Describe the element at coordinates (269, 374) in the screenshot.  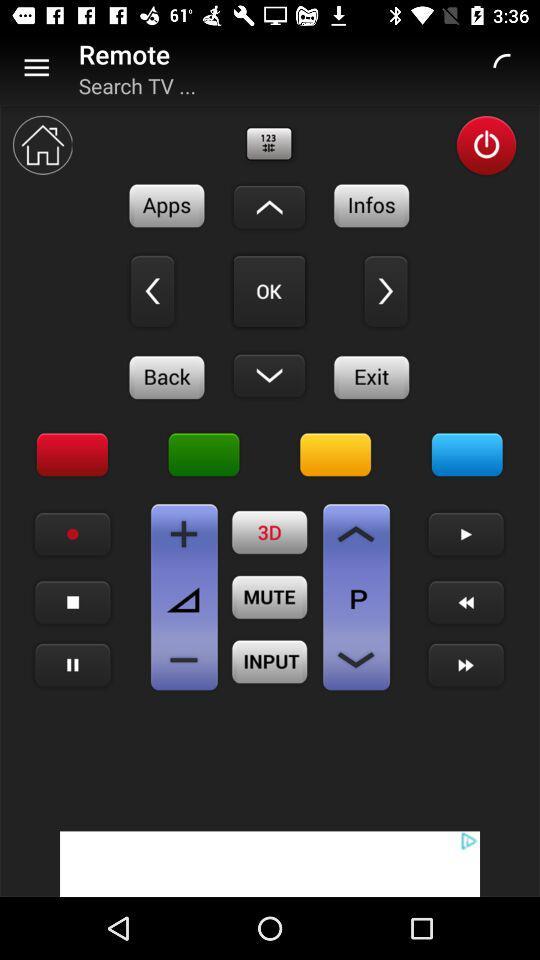
I see `navigation down on remote` at that location.